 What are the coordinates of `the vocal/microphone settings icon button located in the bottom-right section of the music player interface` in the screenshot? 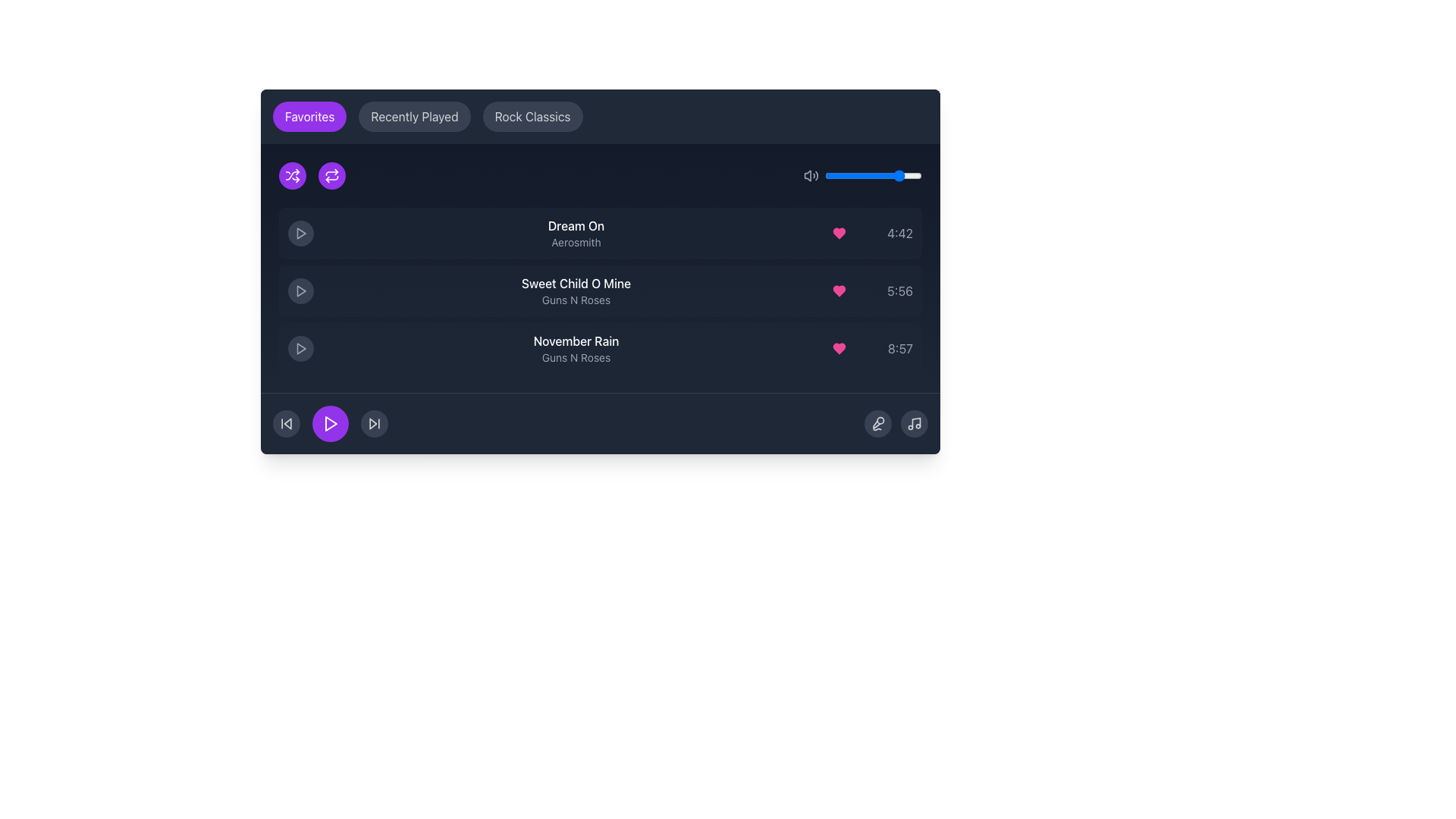 It's located at (877, 424).